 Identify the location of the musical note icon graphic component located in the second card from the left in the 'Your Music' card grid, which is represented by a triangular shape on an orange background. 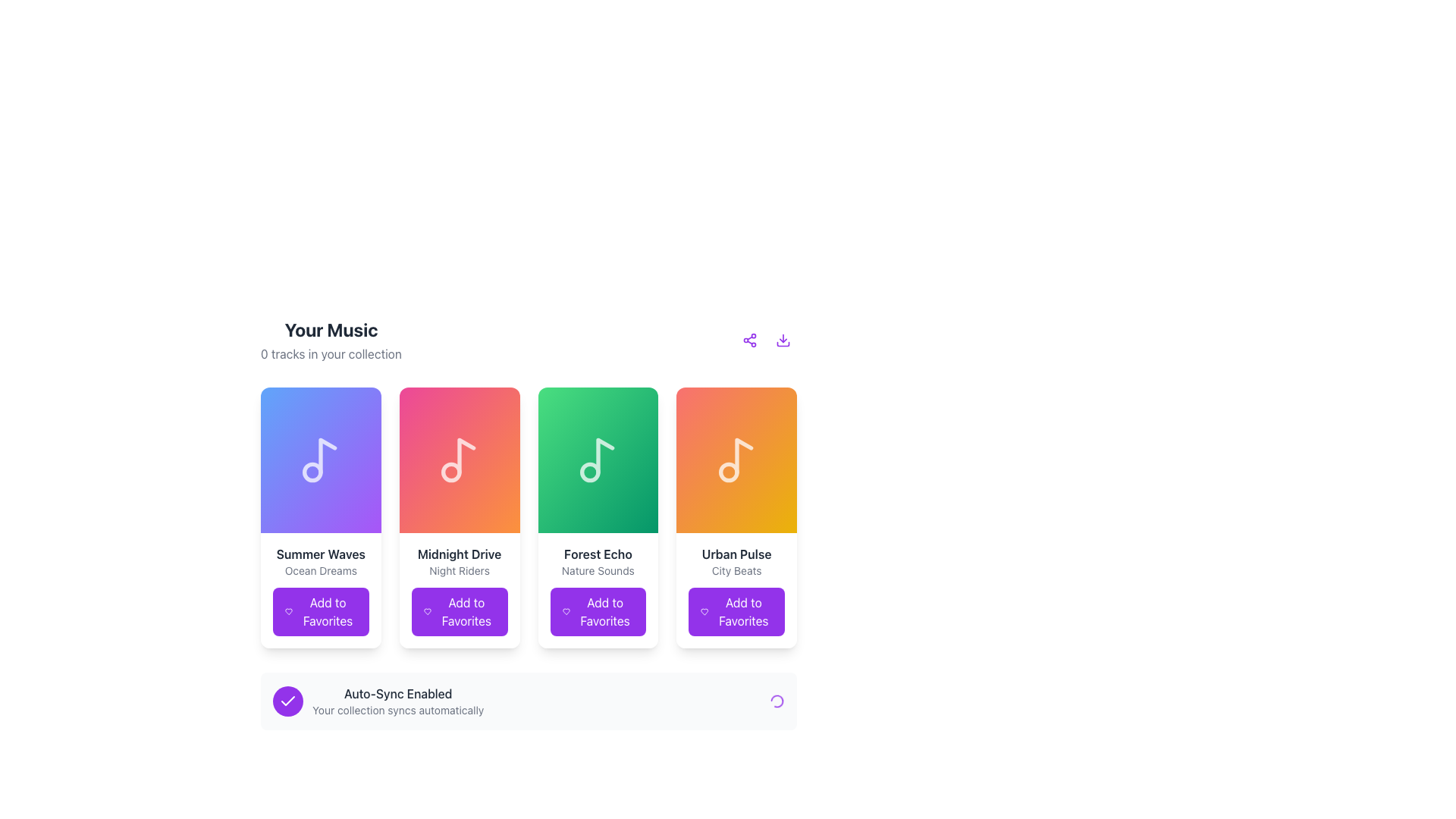
(466, 455).